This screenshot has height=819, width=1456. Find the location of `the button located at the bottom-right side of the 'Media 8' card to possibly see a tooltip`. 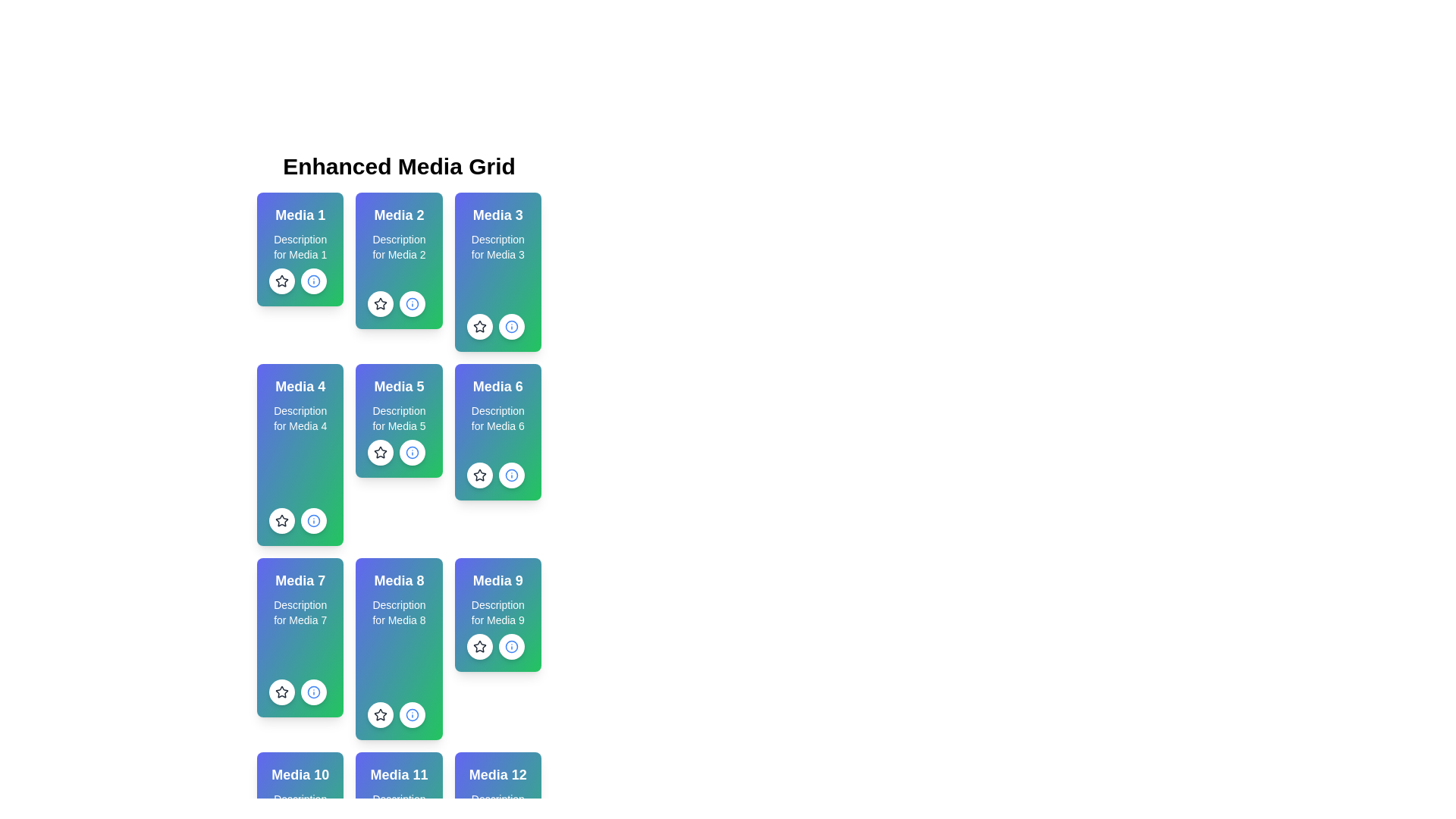

the button located at the bottom-right side of the 'Media 8' card to possibly see a tooltip is located at coordinates (413, 714).